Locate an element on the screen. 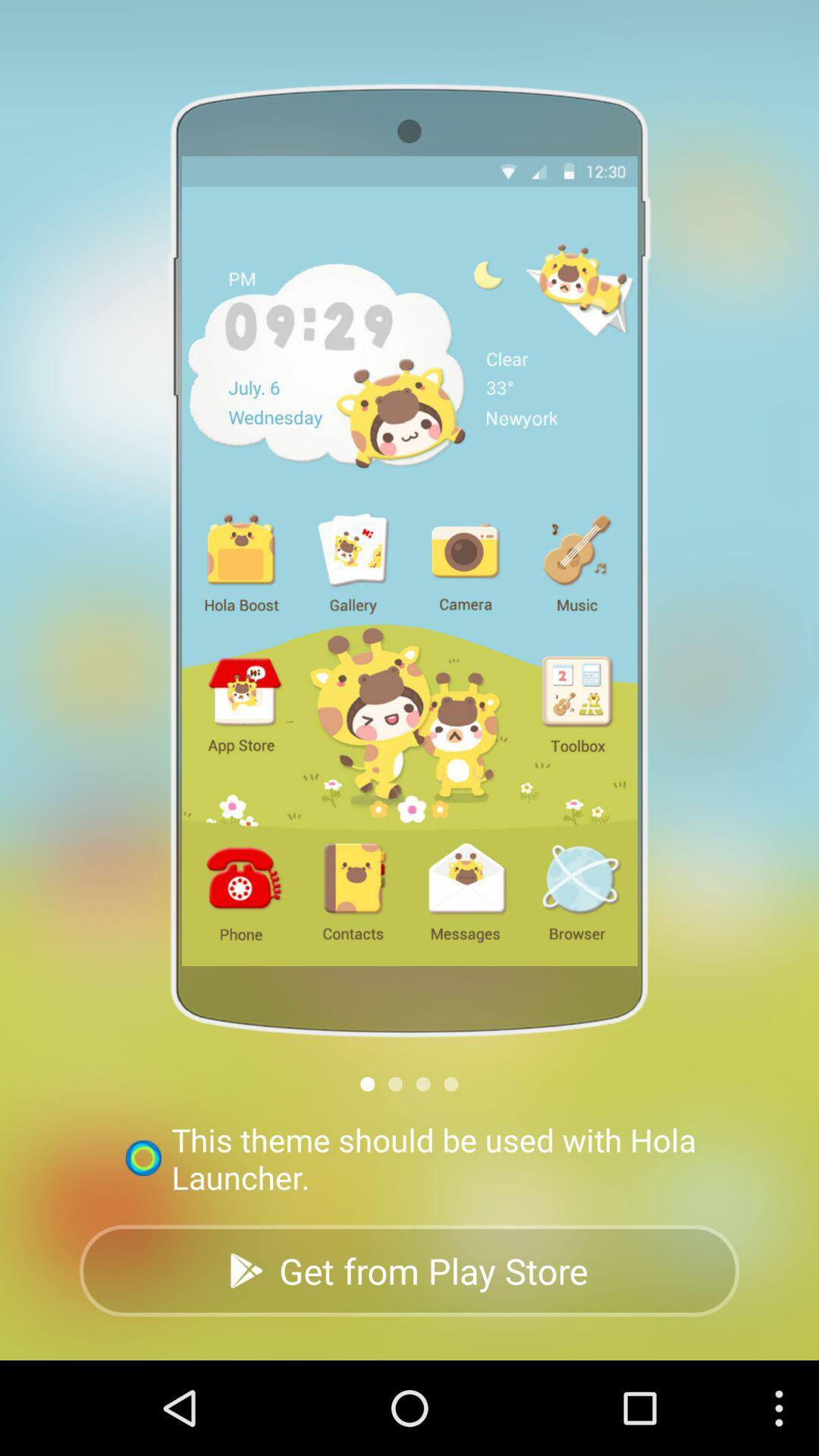 This screenshot has height=1456, width=819. information of layout at hte first screen is located at coordinates (367, 1083).